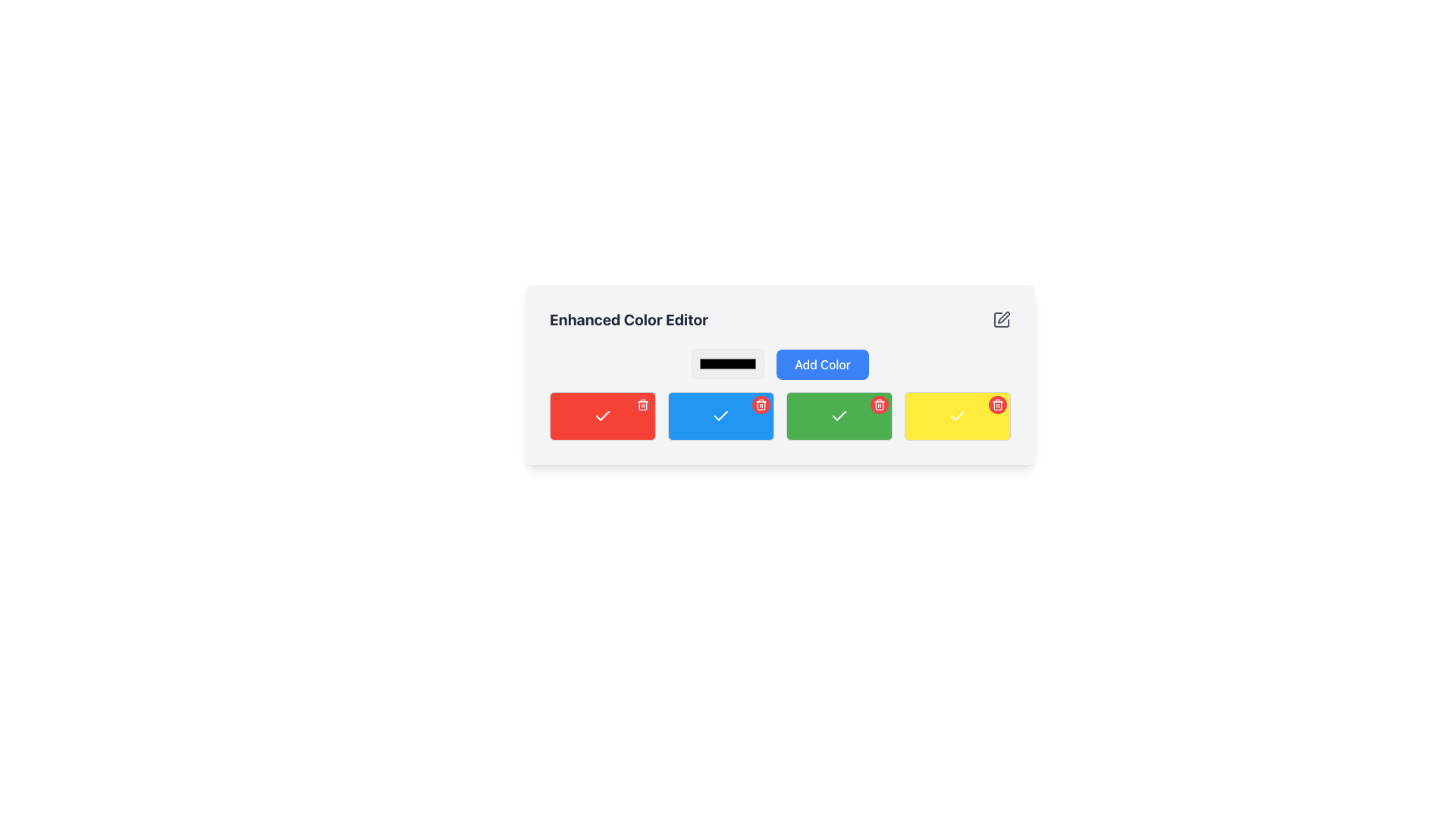 The image size is (1456, 819). I want to click on the white checkmark icon on the red button, which is the first button in the horizontal row located in the 'Enhanced Color Editor' section, so click(602, 416).